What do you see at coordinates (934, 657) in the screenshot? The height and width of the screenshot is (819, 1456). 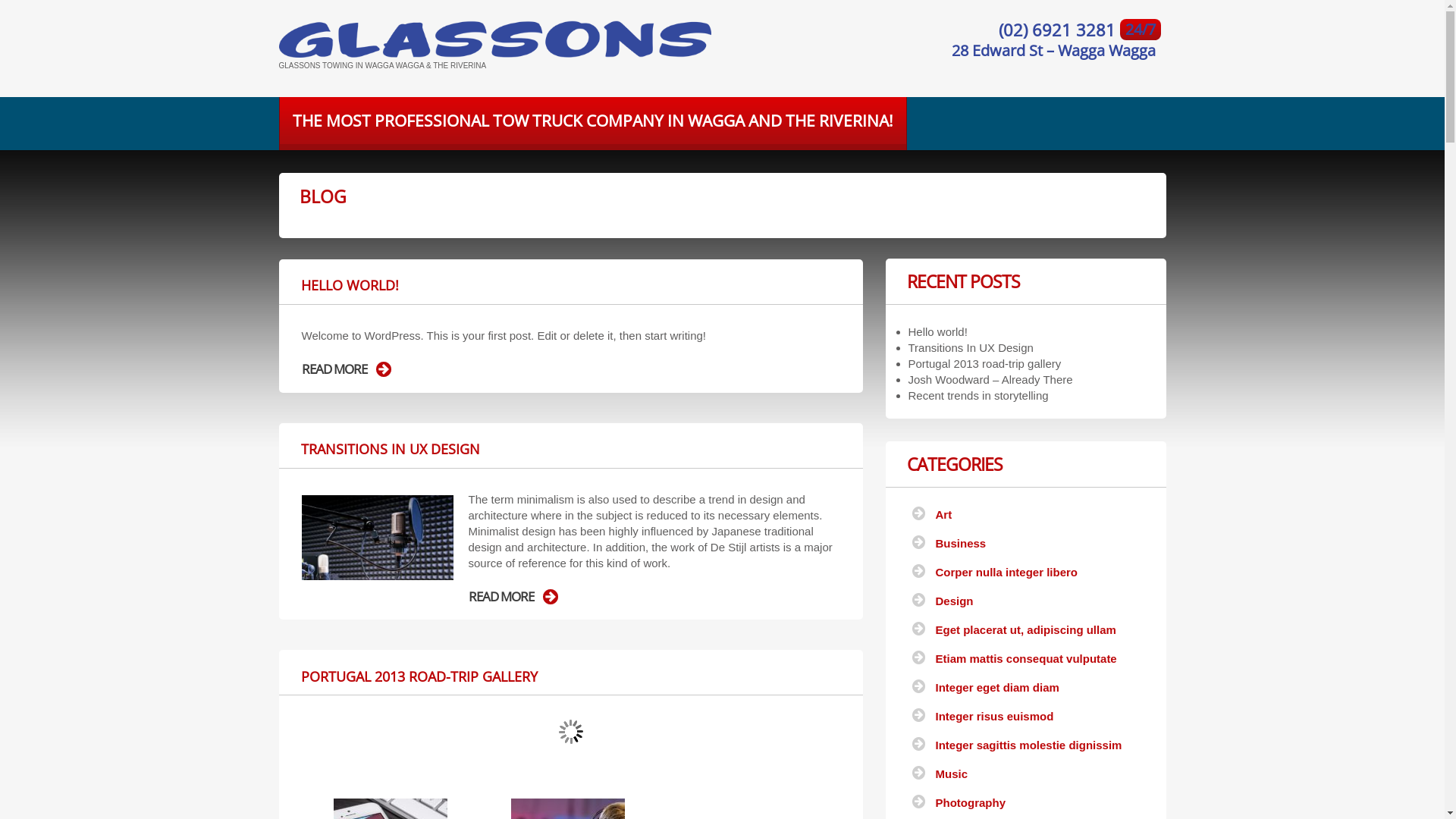 I see `'Etiam mattis consequat vulputate'` at bounding box center [934, 657].